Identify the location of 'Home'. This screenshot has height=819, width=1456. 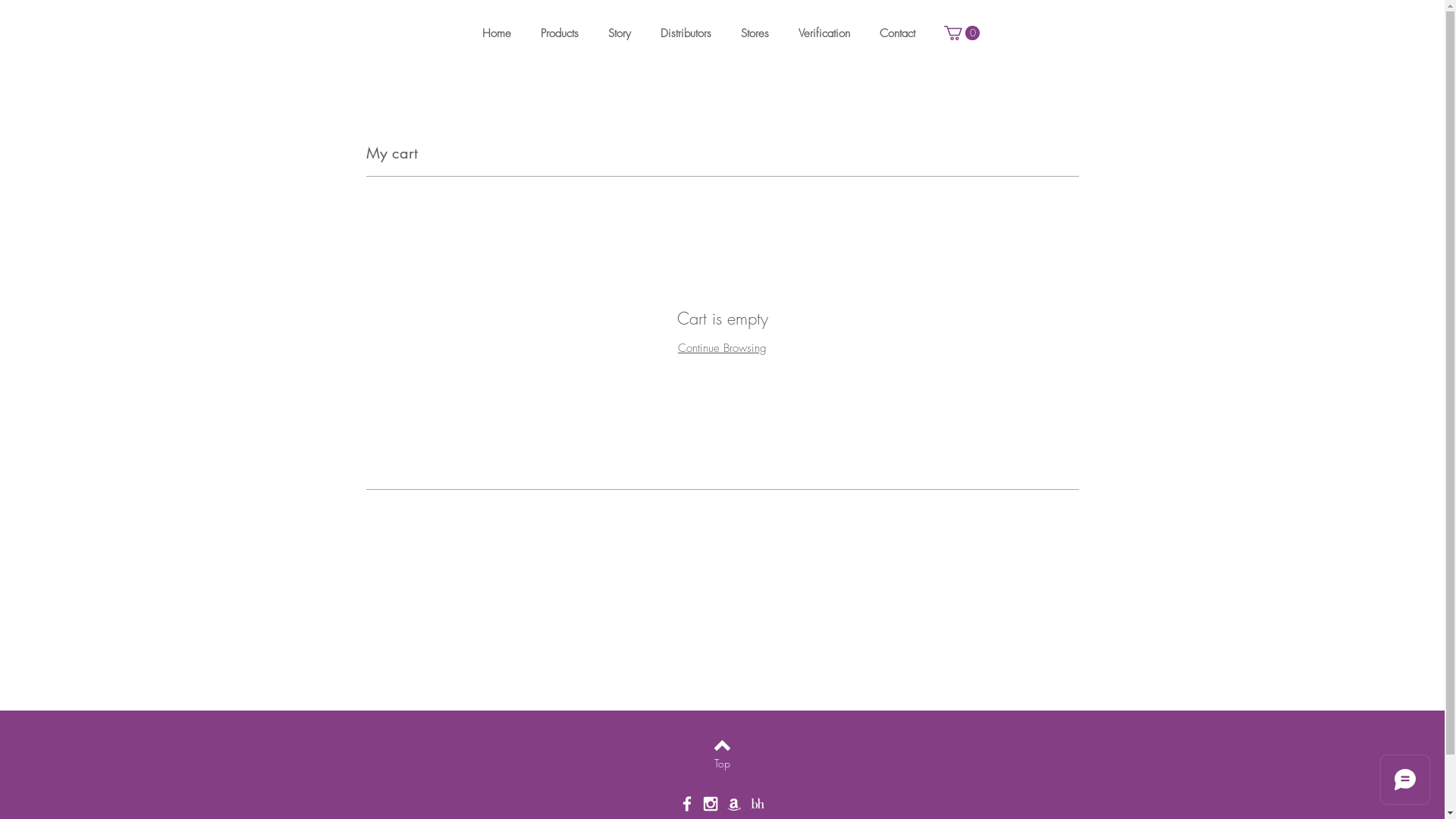
(500, 33).